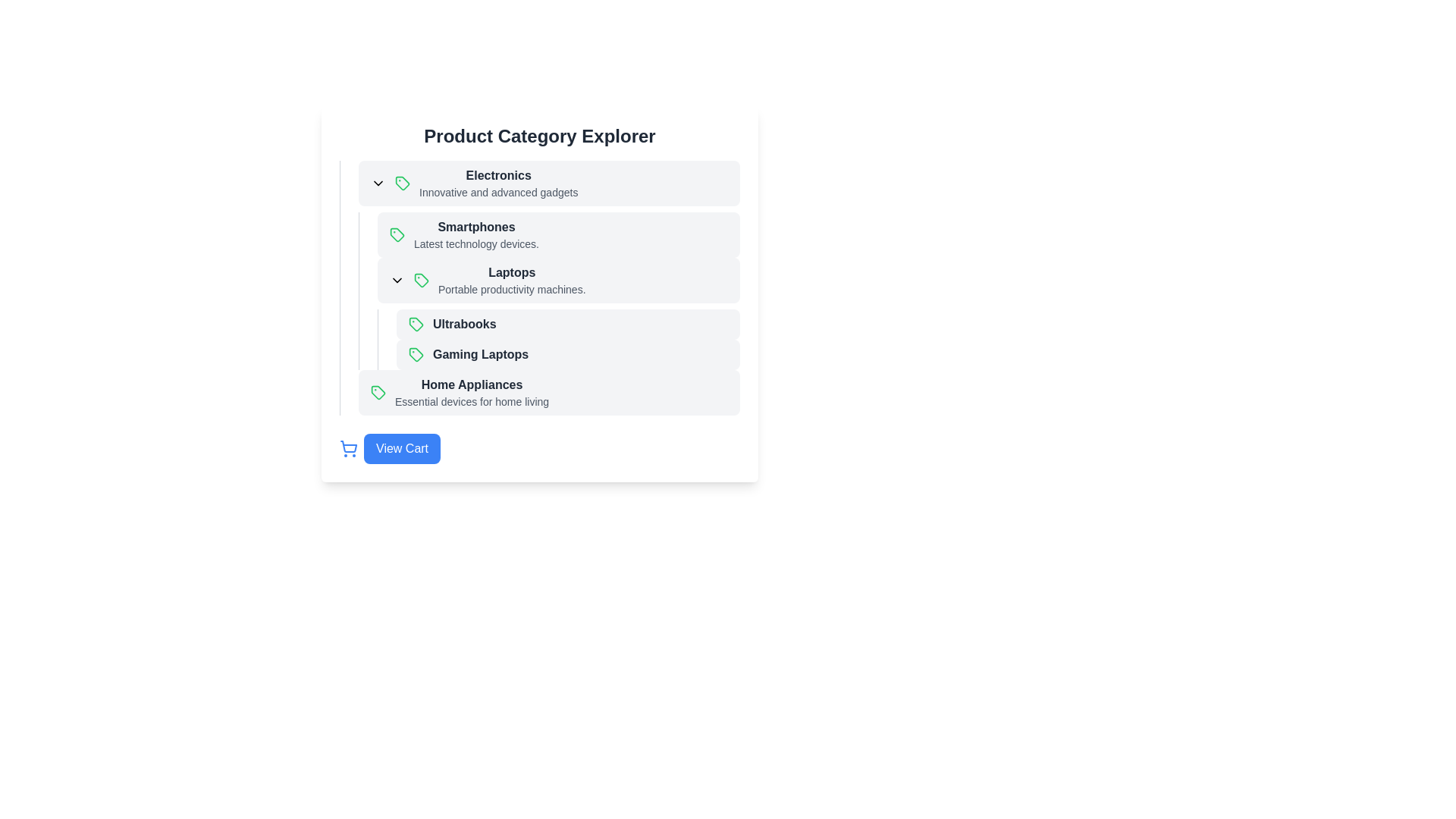  What do you see at coordinates (348, 447) in the screenshot?
I see `the shopping cart icon, which is blue and located to the left of the 'View Cart' button in the bottom section of the product categories panel` at bounding box center [348, 447].